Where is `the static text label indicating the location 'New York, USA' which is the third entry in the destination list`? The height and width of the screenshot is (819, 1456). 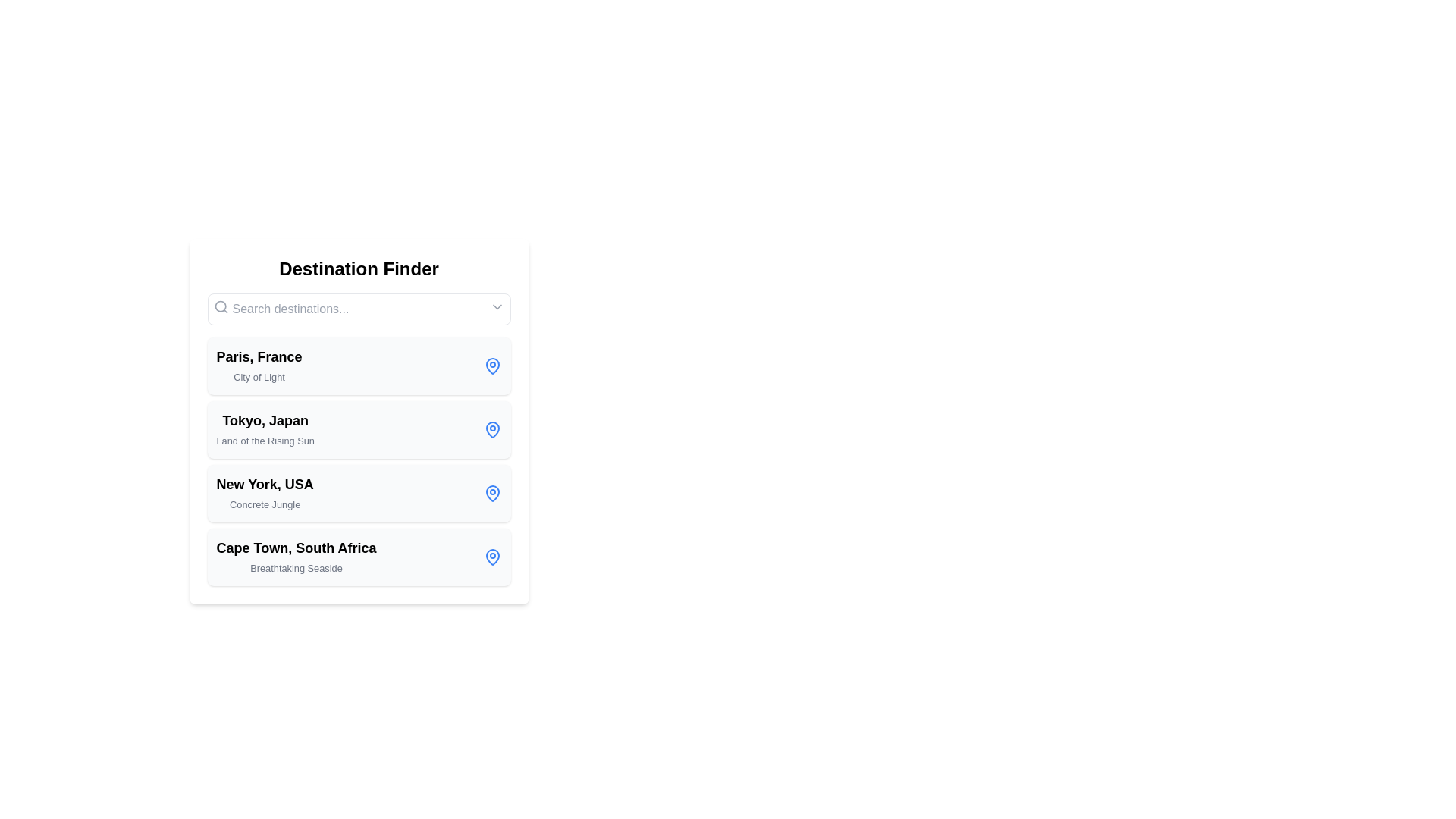
the static text label indicating the location 'New York, USA' which is the third entry in the destination list is located at coordinates (265, 485).